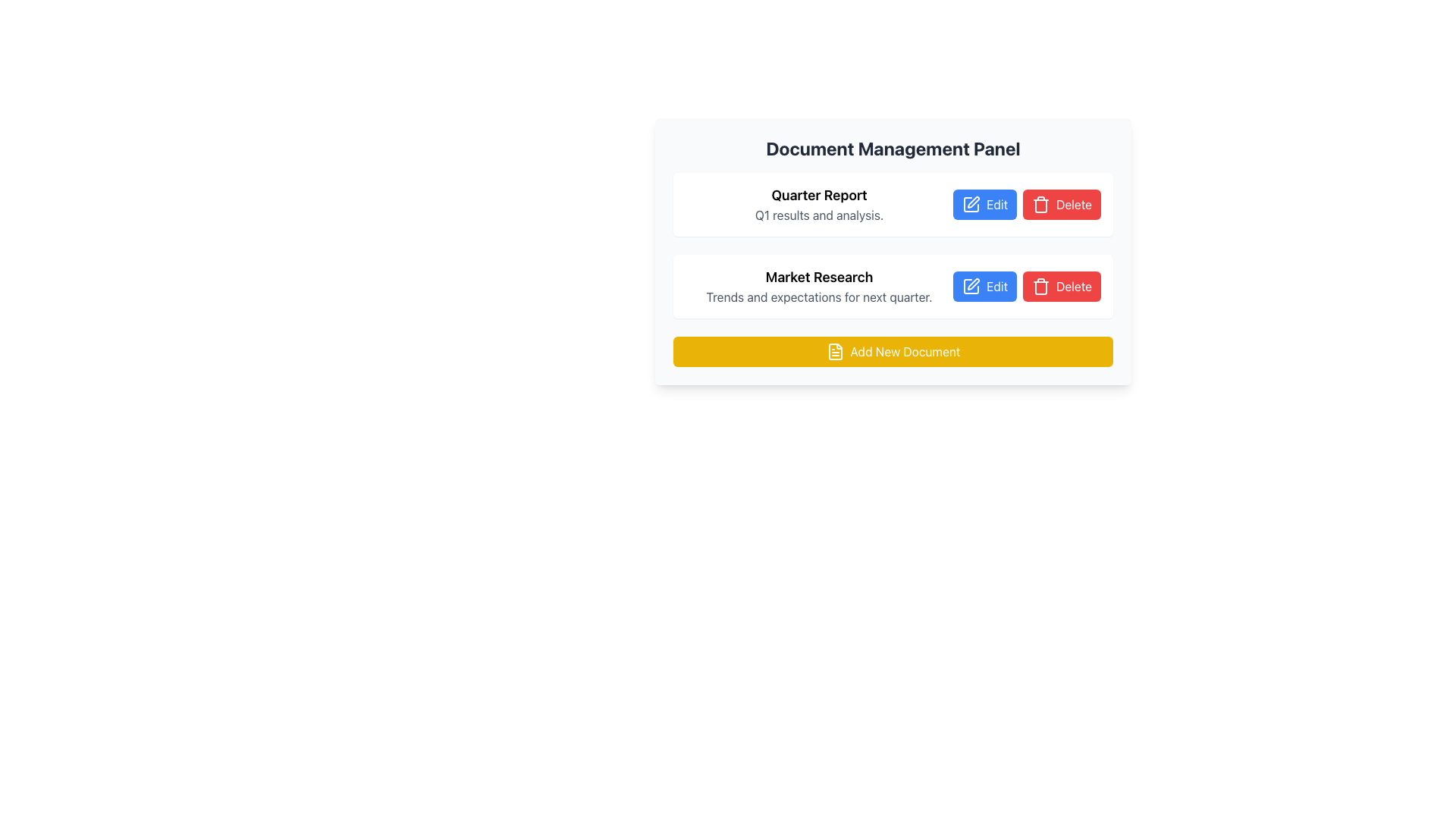 The width and height of the screenshot is (1456, 819). Describe the element at coordinates (985, 287) in the screenshot. I see `the edit button associated with the 'Market Research' row to initiate the edit action` at that location.